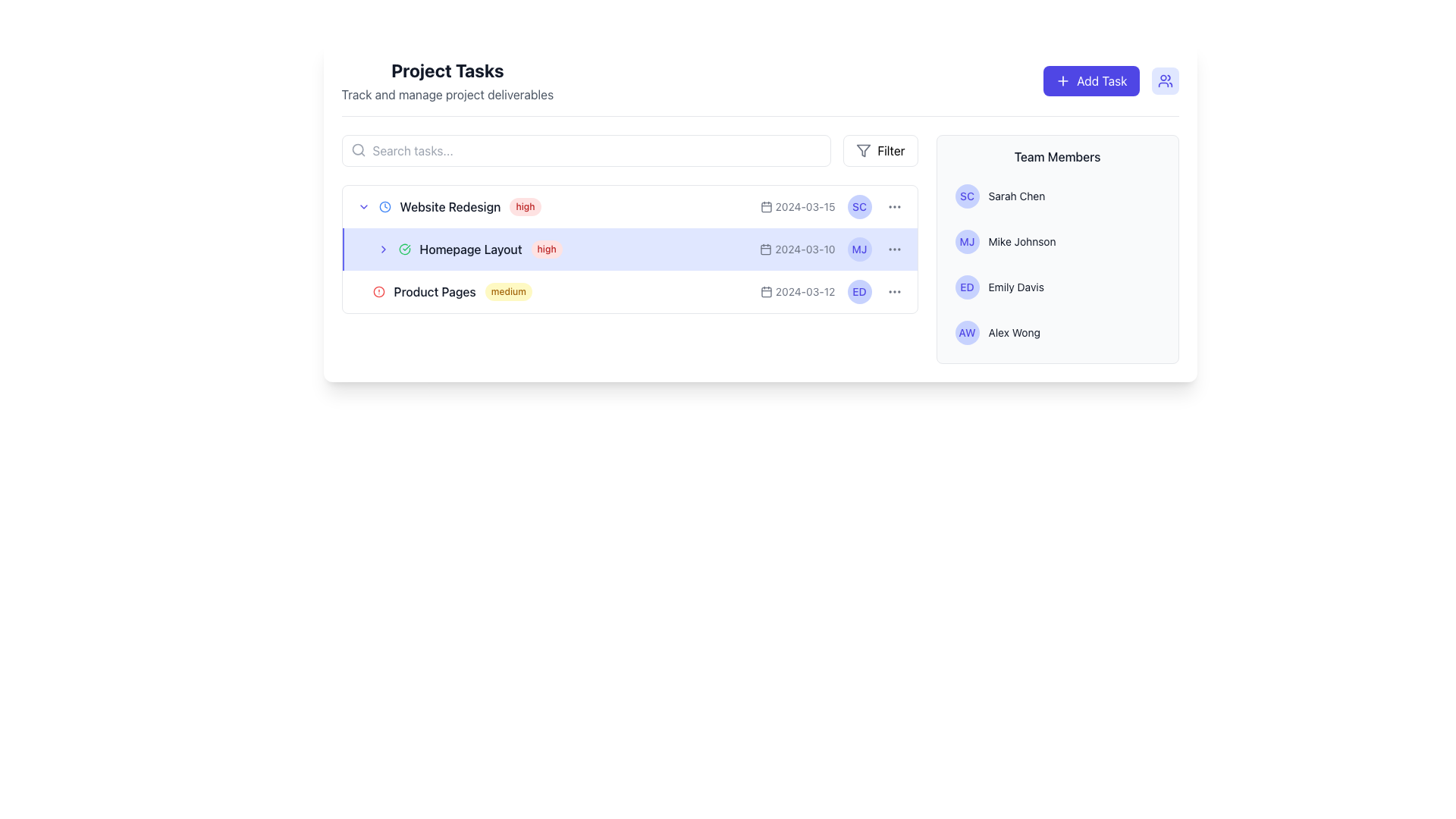 The height and width of the screenshot is (819, 1456). What do you see at coordinates (894, 292) in the screenshot?
I see `the icon button resembling three vertically aligned dots, located to the right of the 'Homepage Layout' task under the 'Project Tasks' list` at bounding box center [894, 292].